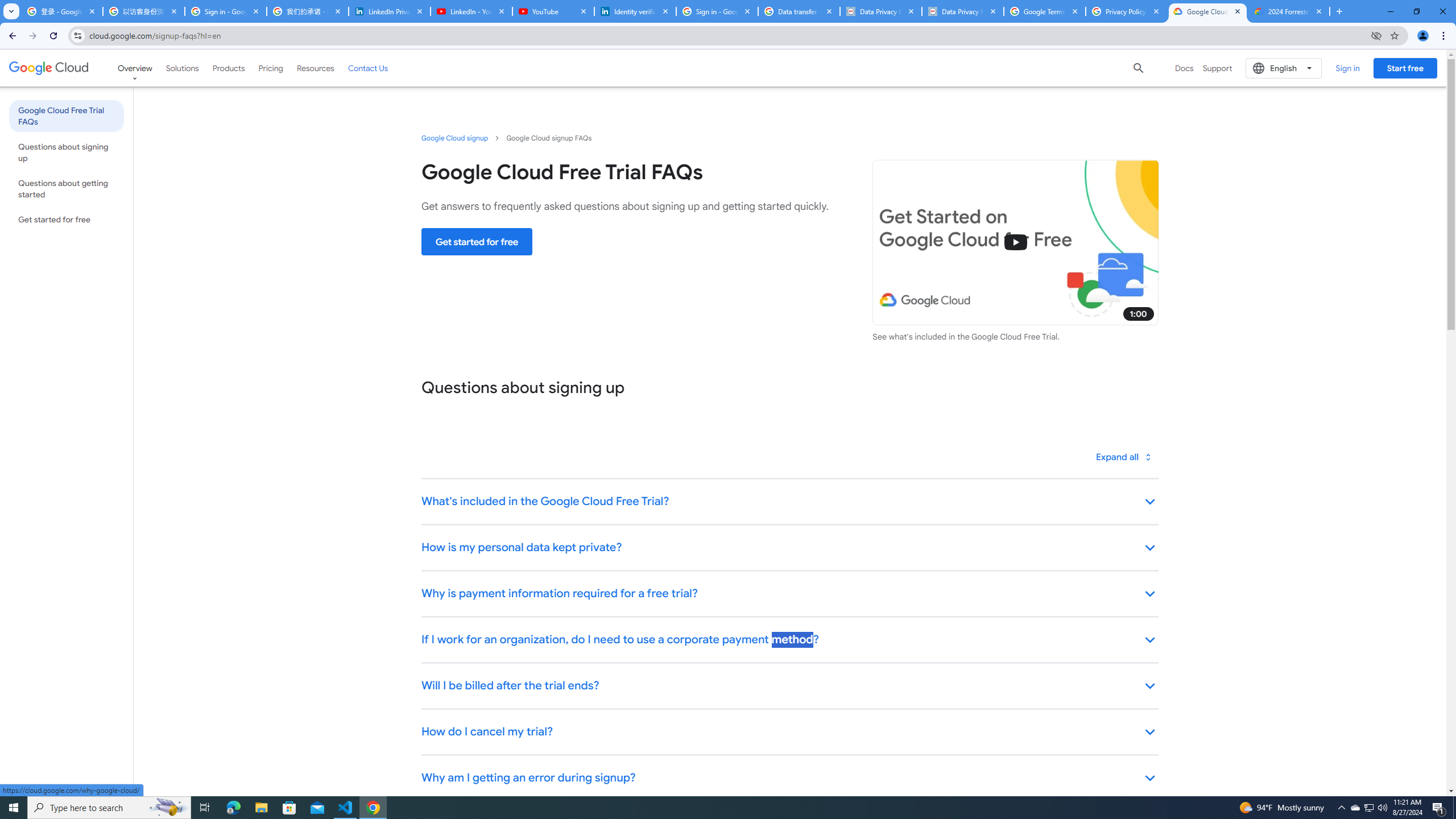  I want to click on 'Google Cloud signup', so click(454, 137).